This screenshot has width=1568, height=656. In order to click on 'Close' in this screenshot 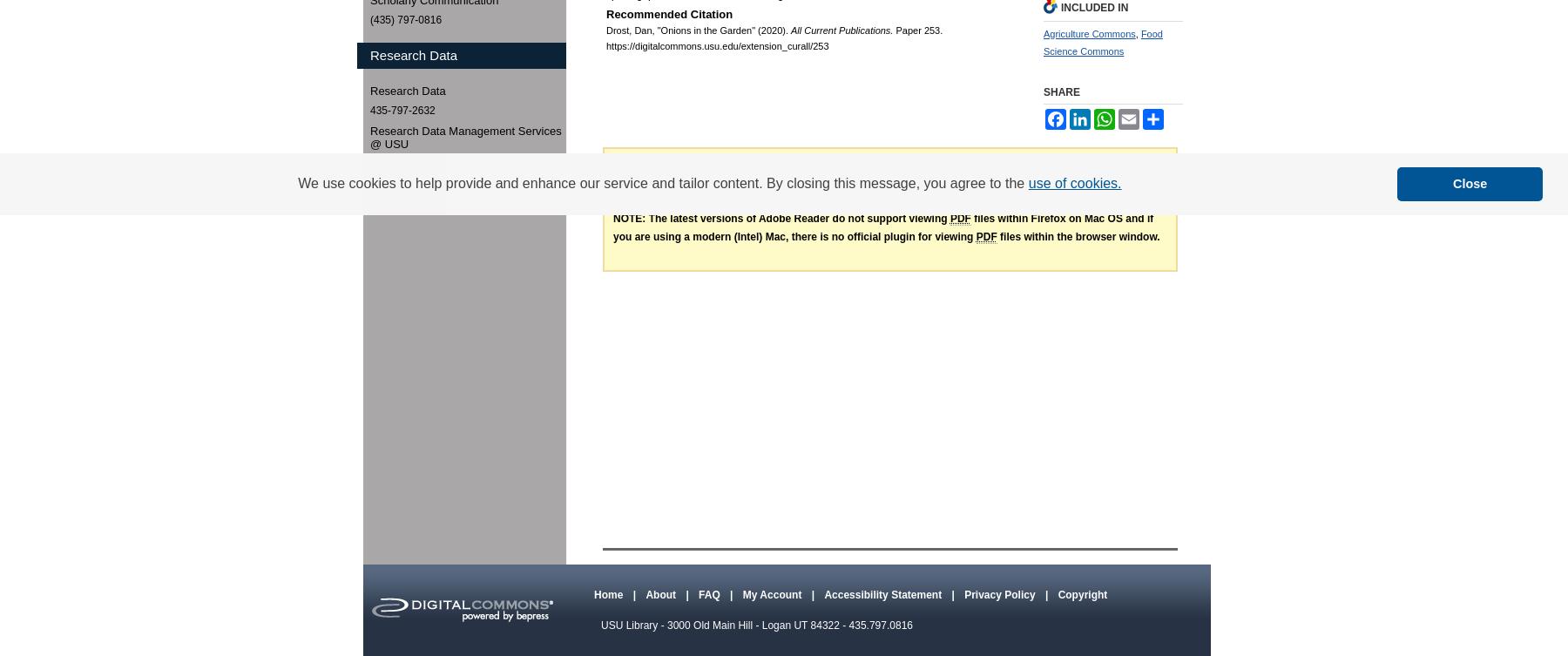, I will do `click(1452, 182)`.